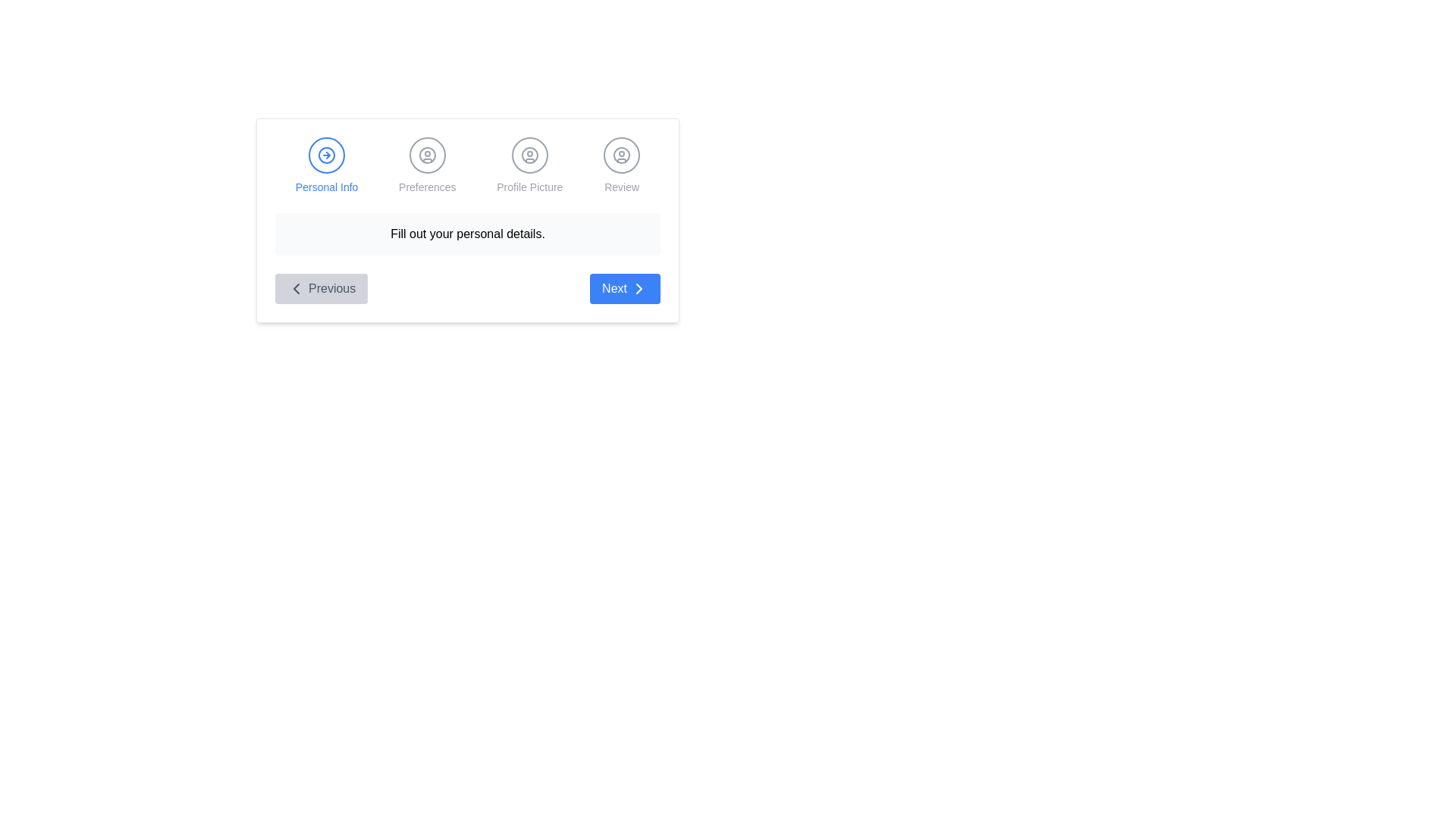  I want to click on the circular button with a gray border and user icon located above the 'Preferences' text, so click(426, 155).